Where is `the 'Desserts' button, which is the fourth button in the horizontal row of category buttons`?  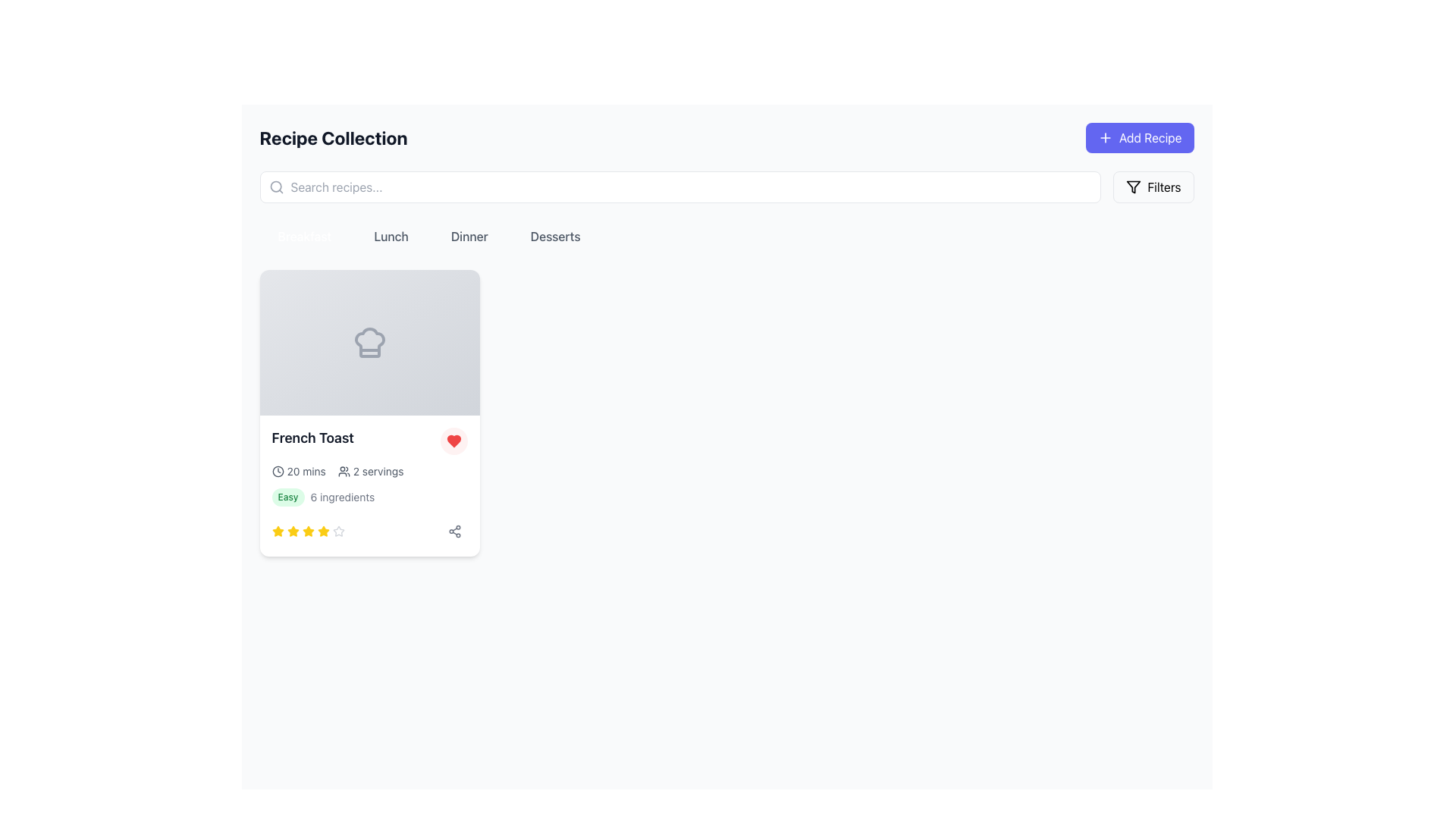
the 'Desserts' button, which is the fourth button in the horizontal row of category buttons is located at coordinates (554, 237).